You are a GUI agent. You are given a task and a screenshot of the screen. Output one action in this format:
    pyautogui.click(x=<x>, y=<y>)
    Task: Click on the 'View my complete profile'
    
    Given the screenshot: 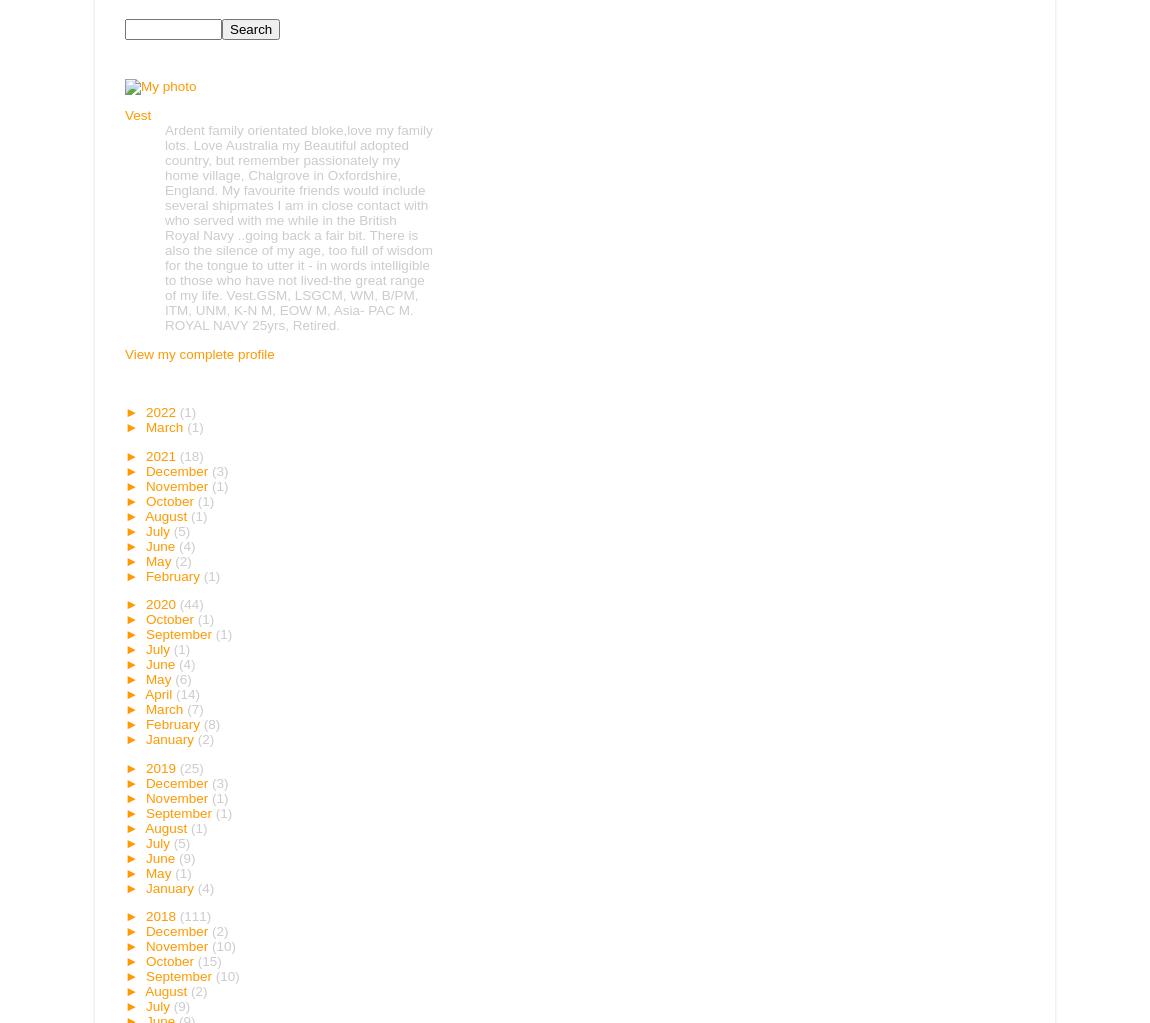 What is the action you would take?
    pyautogui.click(x=198, y=353)
    